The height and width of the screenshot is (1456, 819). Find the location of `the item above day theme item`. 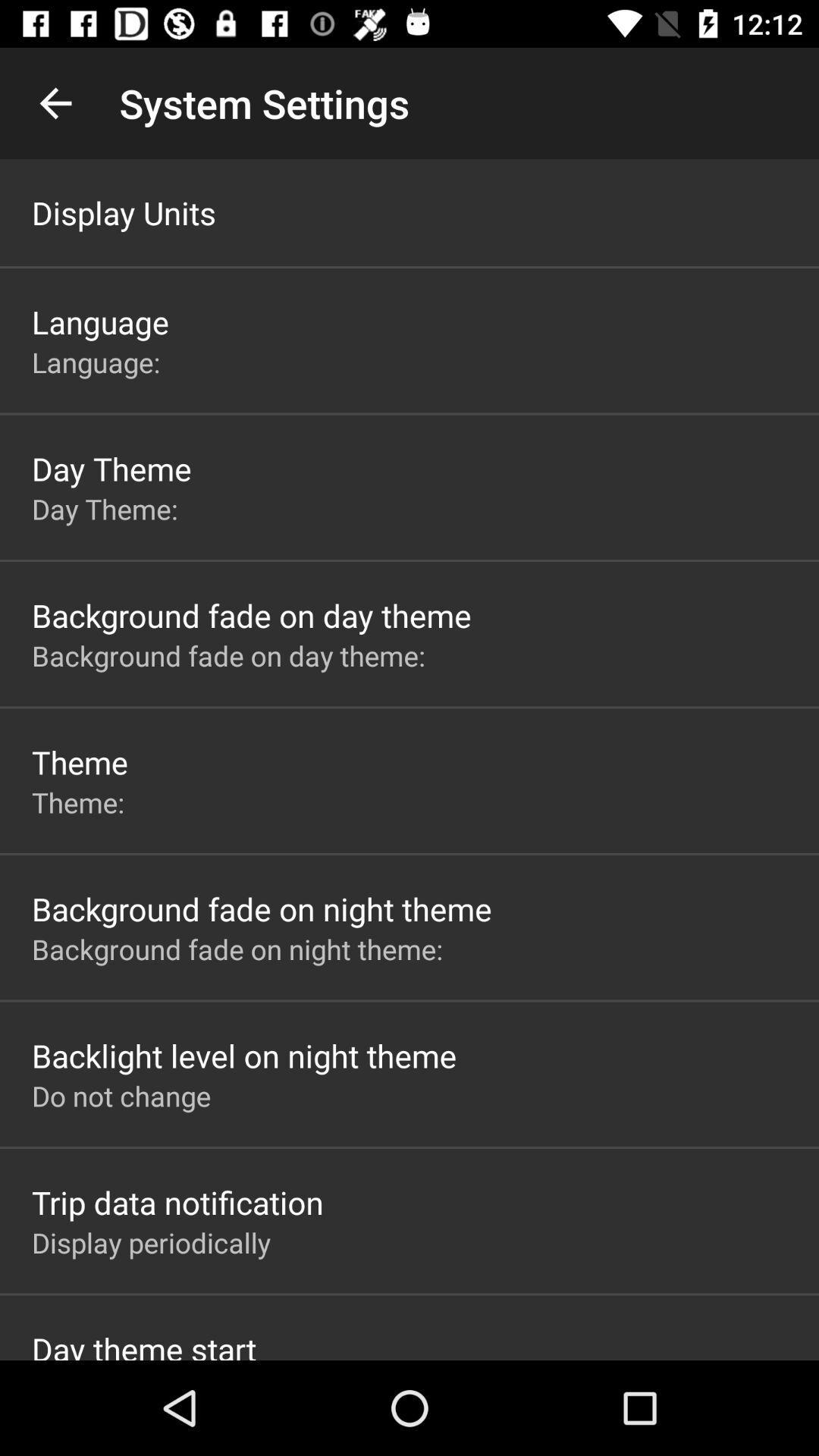

the item above day theme item is located at coordinates (99, 361).